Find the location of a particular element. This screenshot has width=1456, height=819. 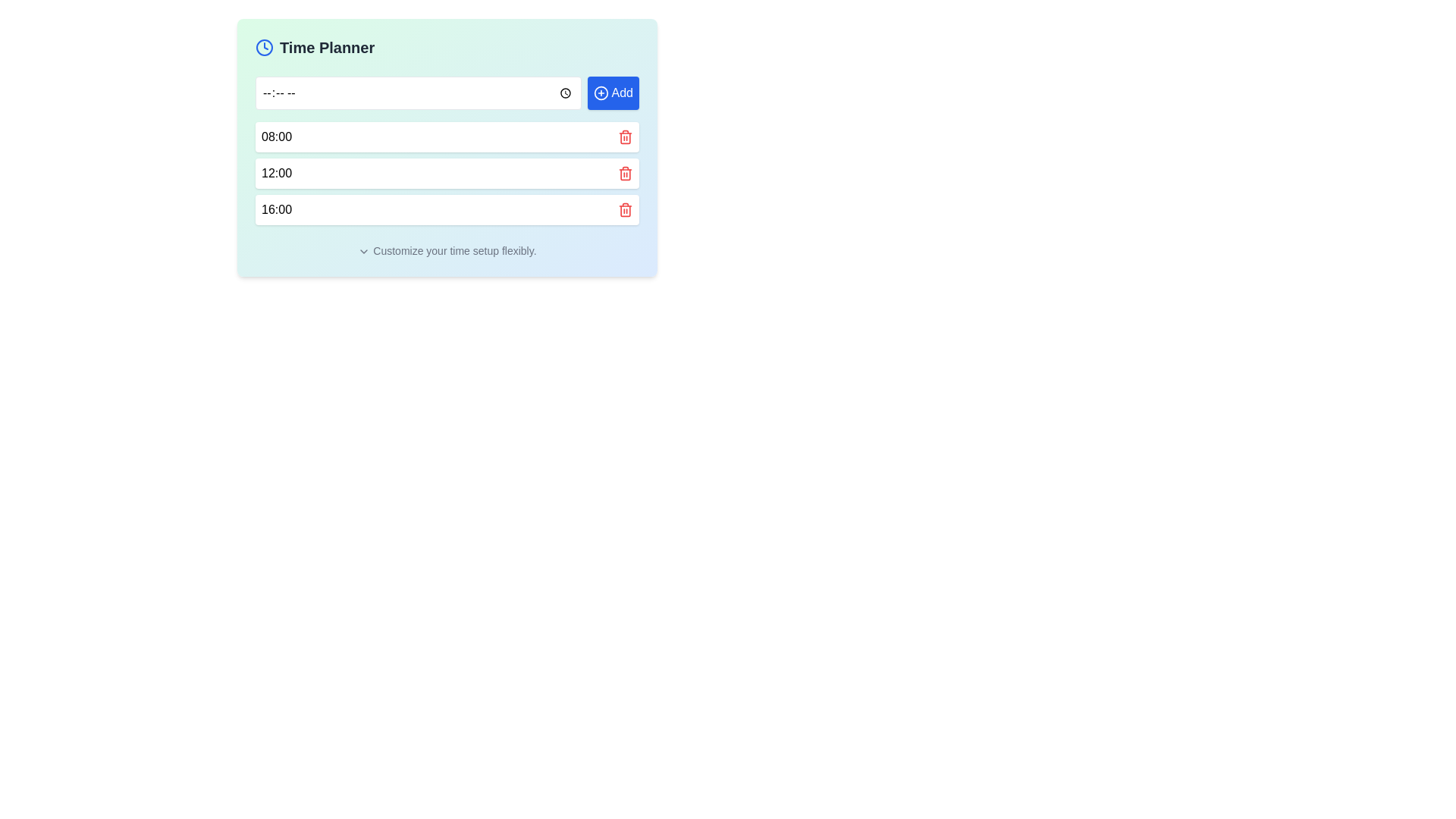

the SVG Circle Element that serves as the visual border for the clock icon in the 'Time Planner' interface, located at the top-left of the interface is located at coordinates (265, 46).